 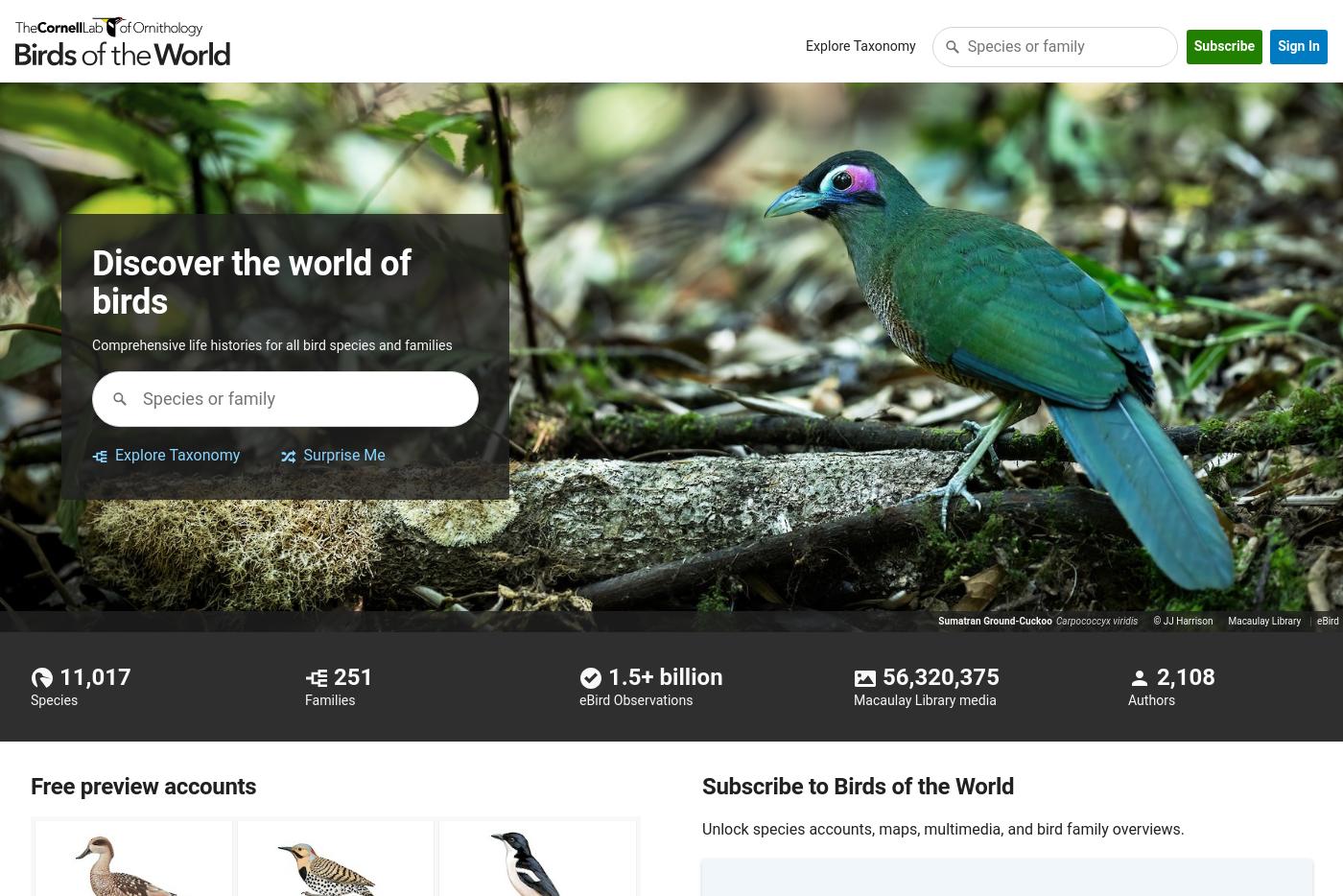 I want to click on '11,017', so click(x=94, y=675).